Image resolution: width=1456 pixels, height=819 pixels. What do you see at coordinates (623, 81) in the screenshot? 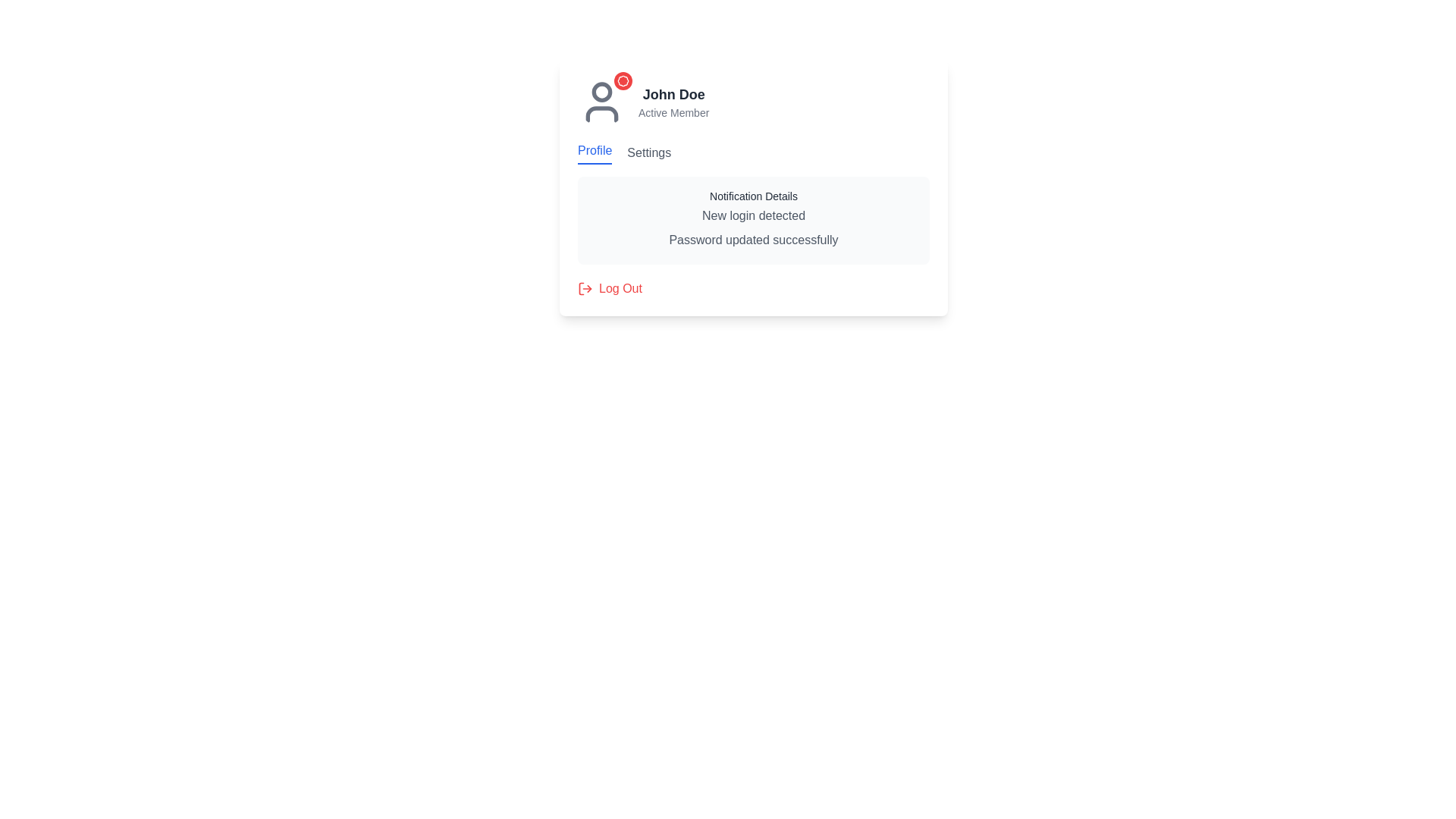
I see `the red Notification badge icon located at the upper-right edge of the profile picture icon` at bounding box center [623, 81].